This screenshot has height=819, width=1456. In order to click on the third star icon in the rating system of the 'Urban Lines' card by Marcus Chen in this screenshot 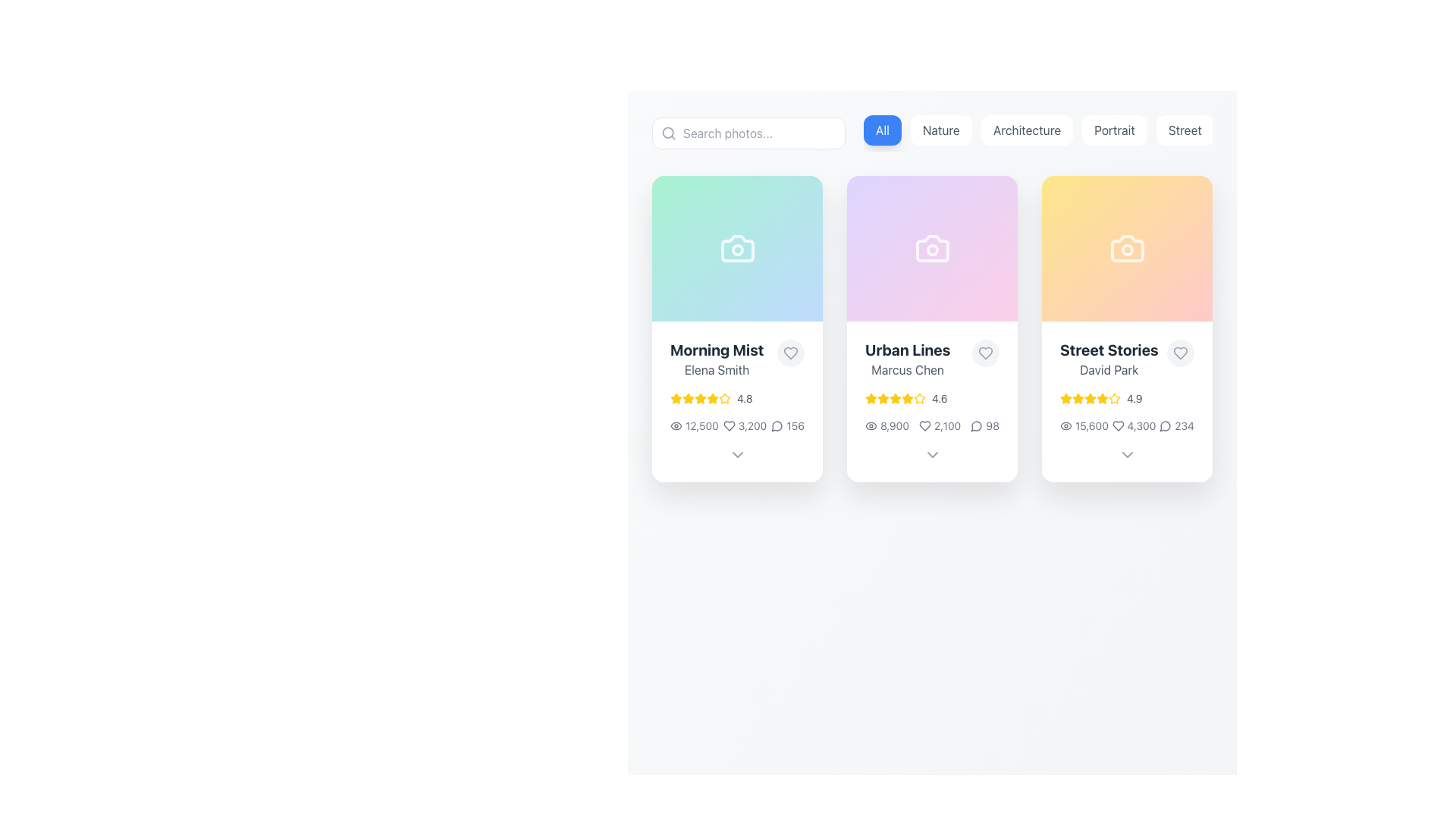, I will do `click(883, 397)`.